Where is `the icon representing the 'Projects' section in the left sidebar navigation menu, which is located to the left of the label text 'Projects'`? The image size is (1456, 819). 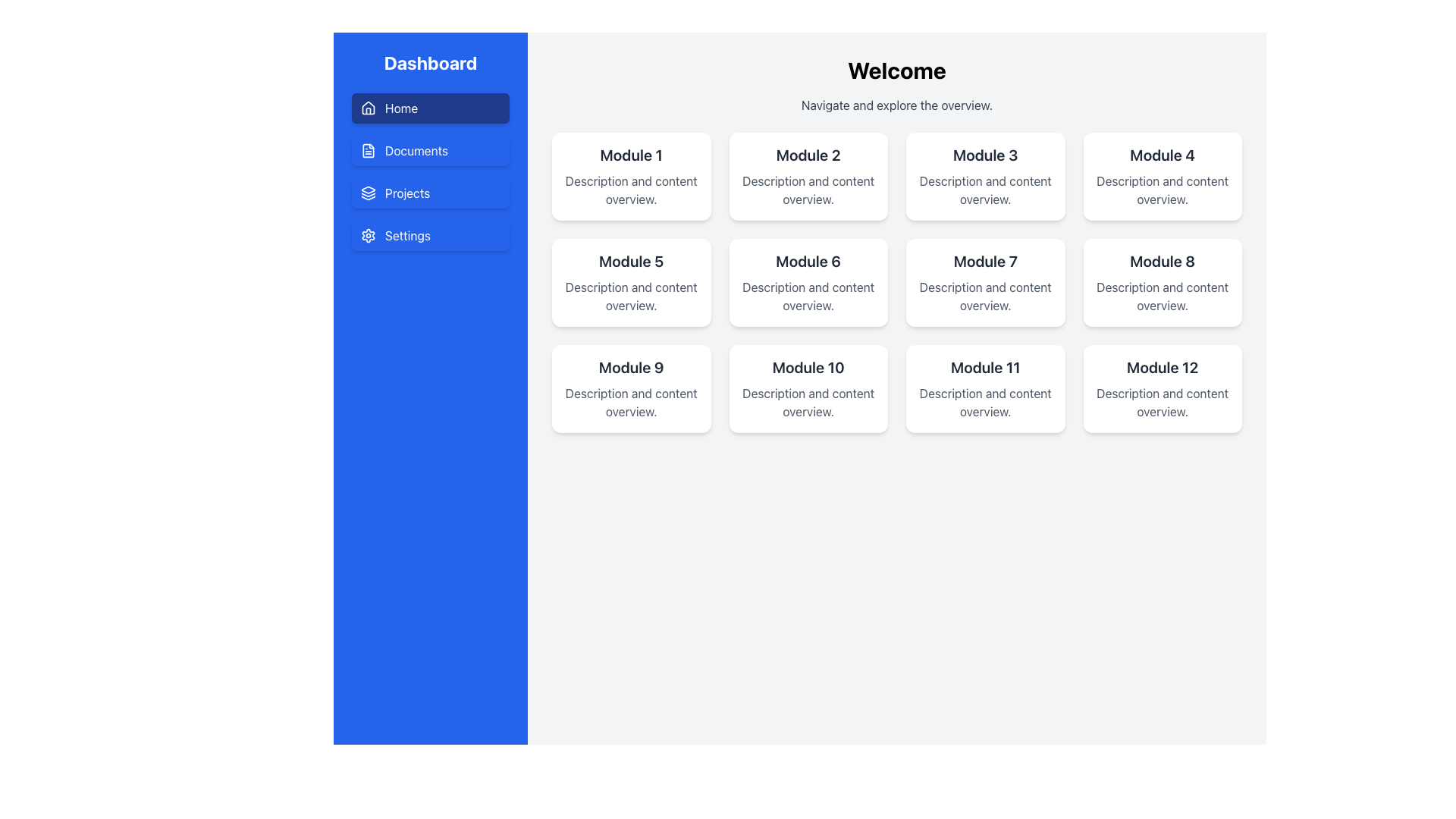
the icon representing the 'Projects' section in the left sidebar navigation menu, which is located to the left of the label text 'Projects' is located at coordinates (368, 192).